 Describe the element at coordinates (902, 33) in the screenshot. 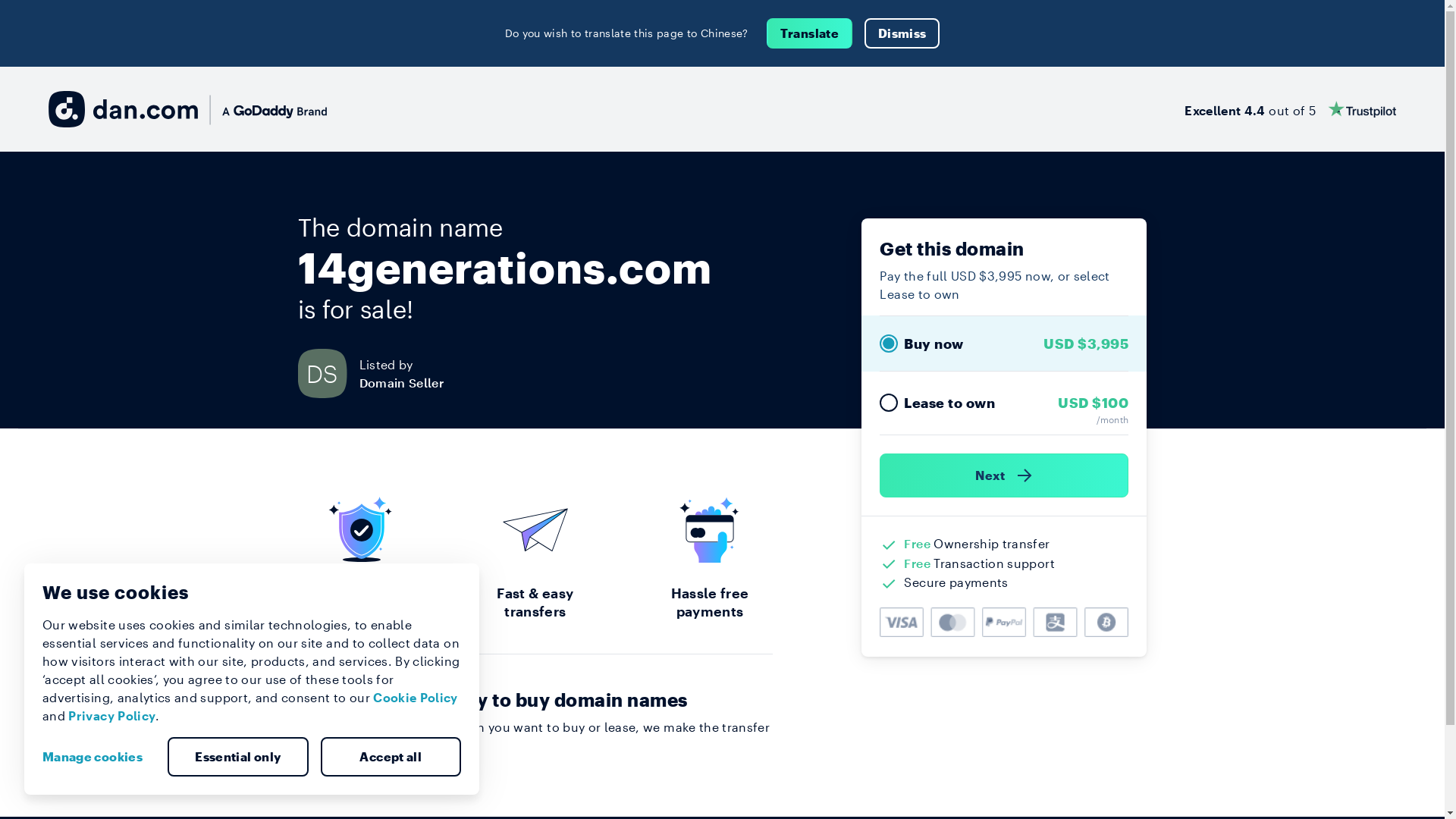

I see `'Dismiss'` at that location.